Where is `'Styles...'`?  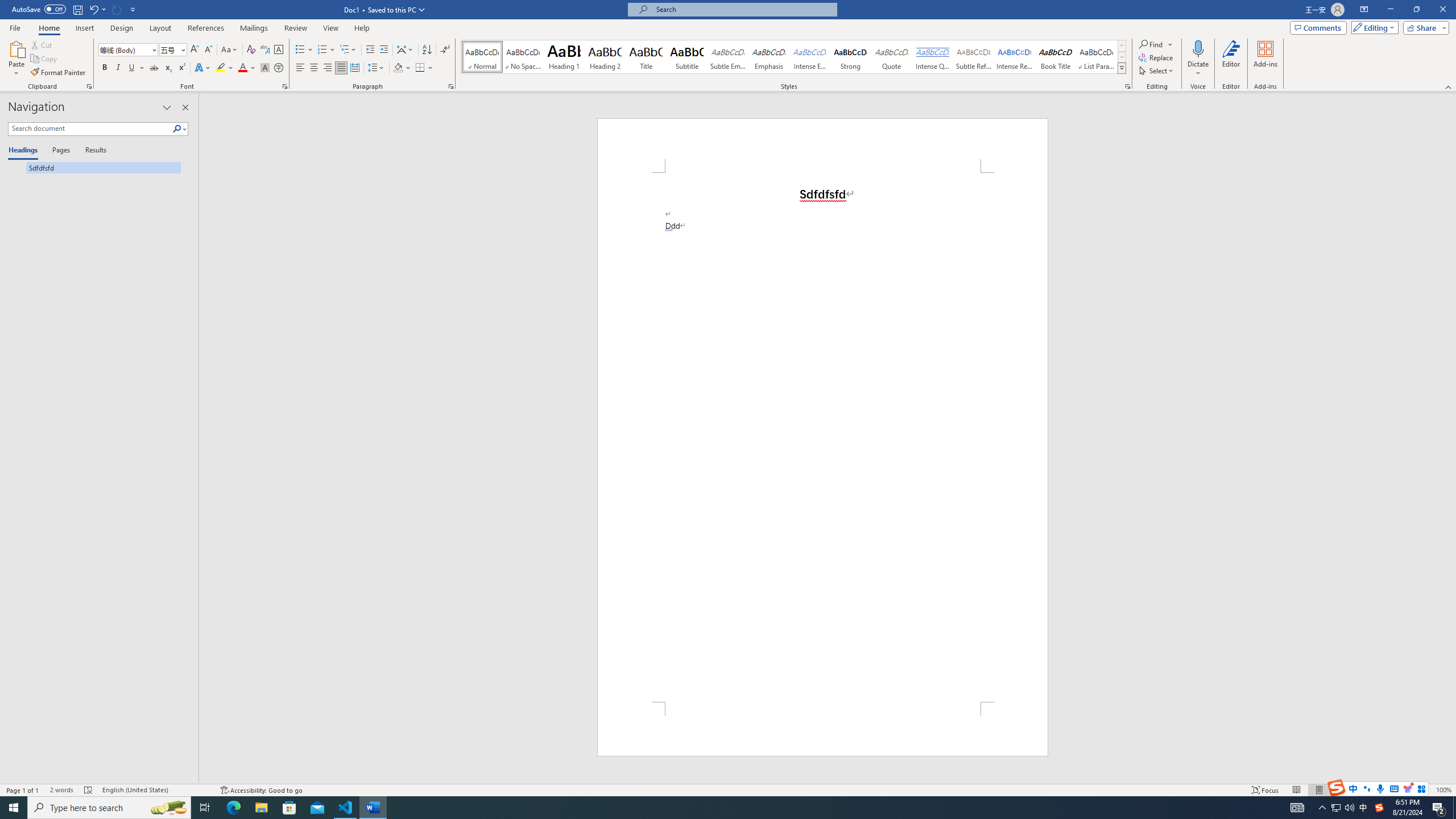
'Styles...' is located at coordinates (1127, 85).